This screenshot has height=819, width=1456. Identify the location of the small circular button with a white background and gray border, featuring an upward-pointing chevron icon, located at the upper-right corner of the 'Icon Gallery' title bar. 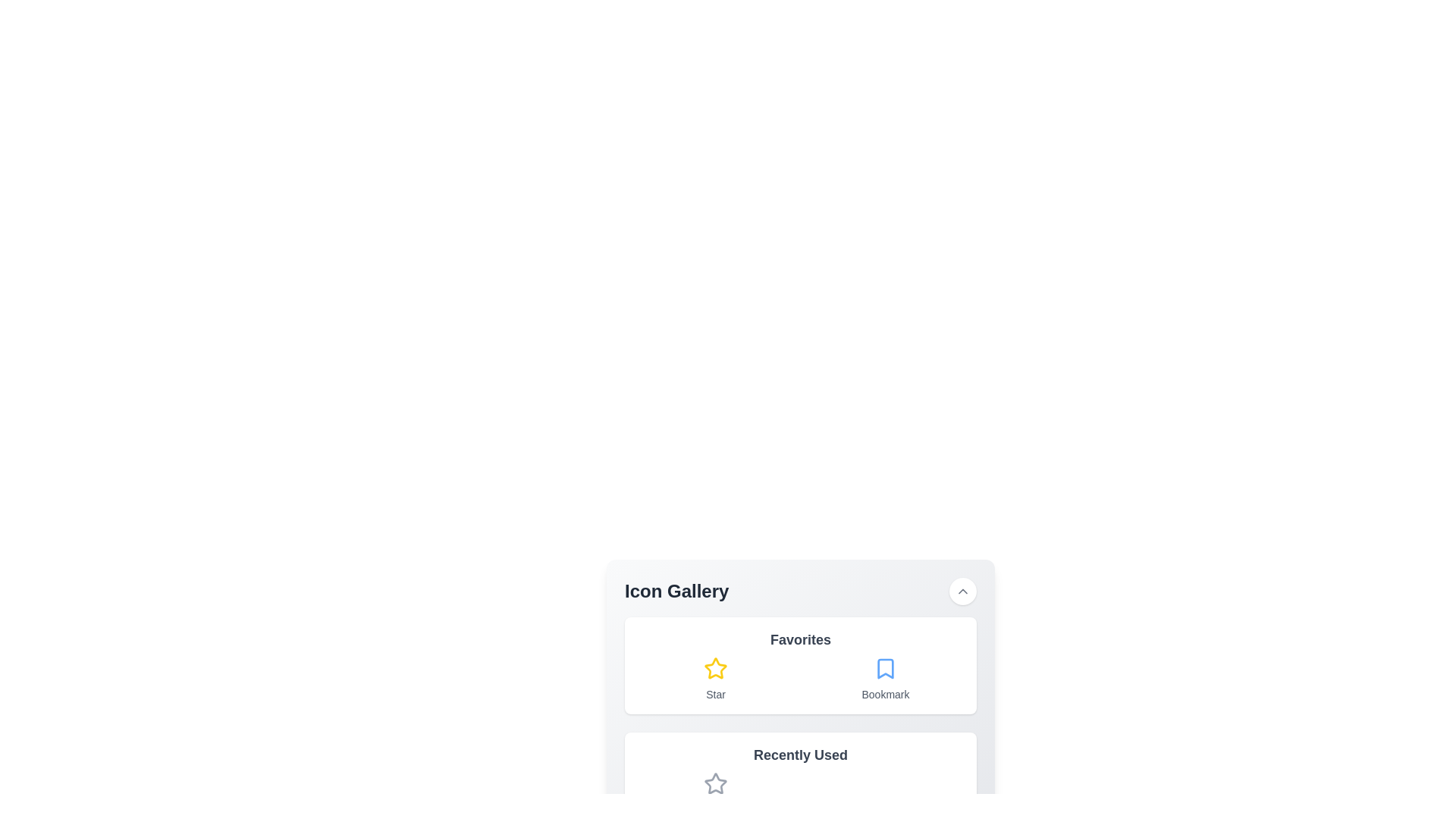
(962, 590).